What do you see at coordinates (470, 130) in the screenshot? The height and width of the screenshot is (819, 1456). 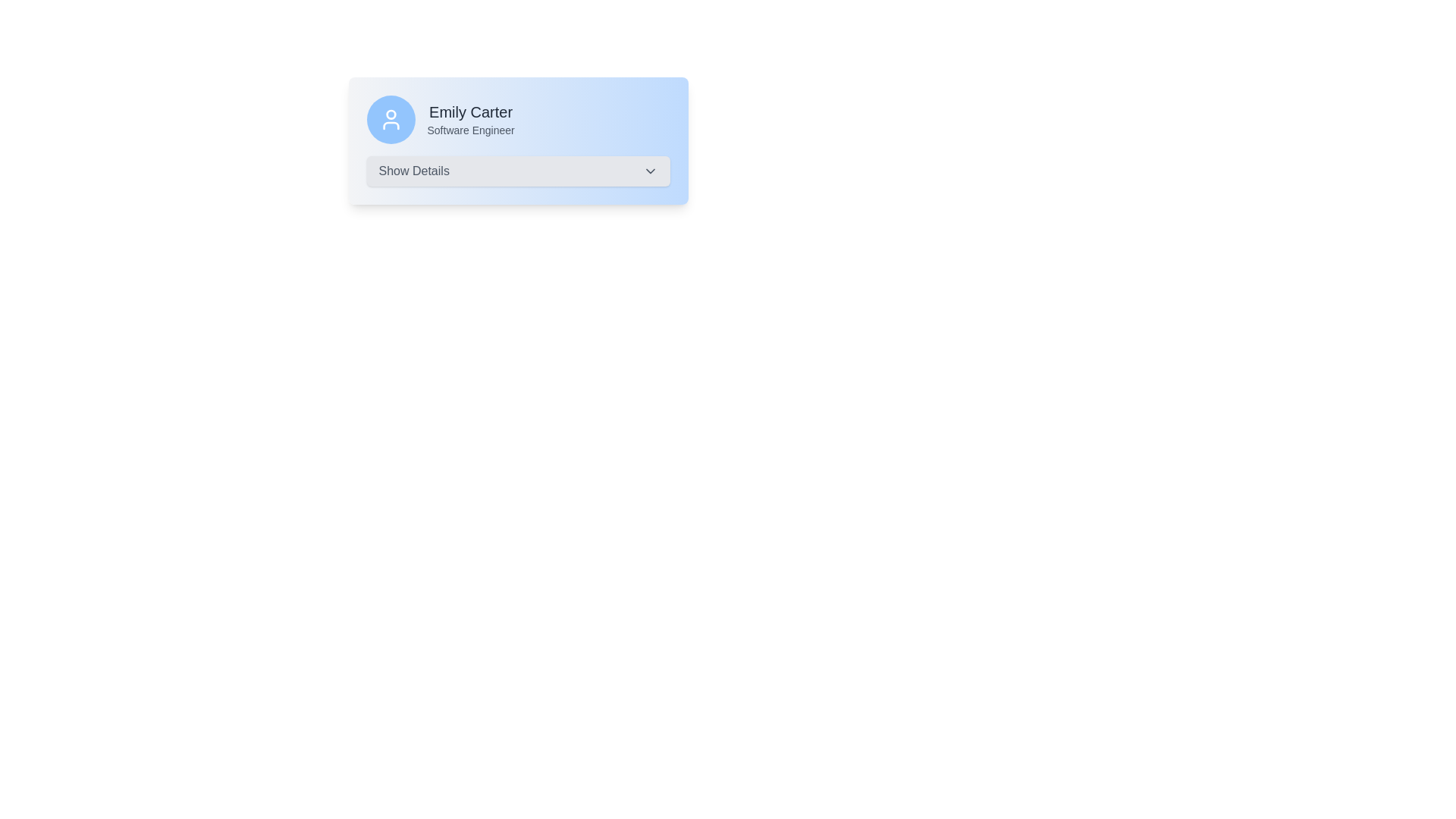 I see `the static text label displaying 'Software Engineer', which is located directly beneath 'Emily Carter' within a blue card-like component` at bounding box center [470, 130].